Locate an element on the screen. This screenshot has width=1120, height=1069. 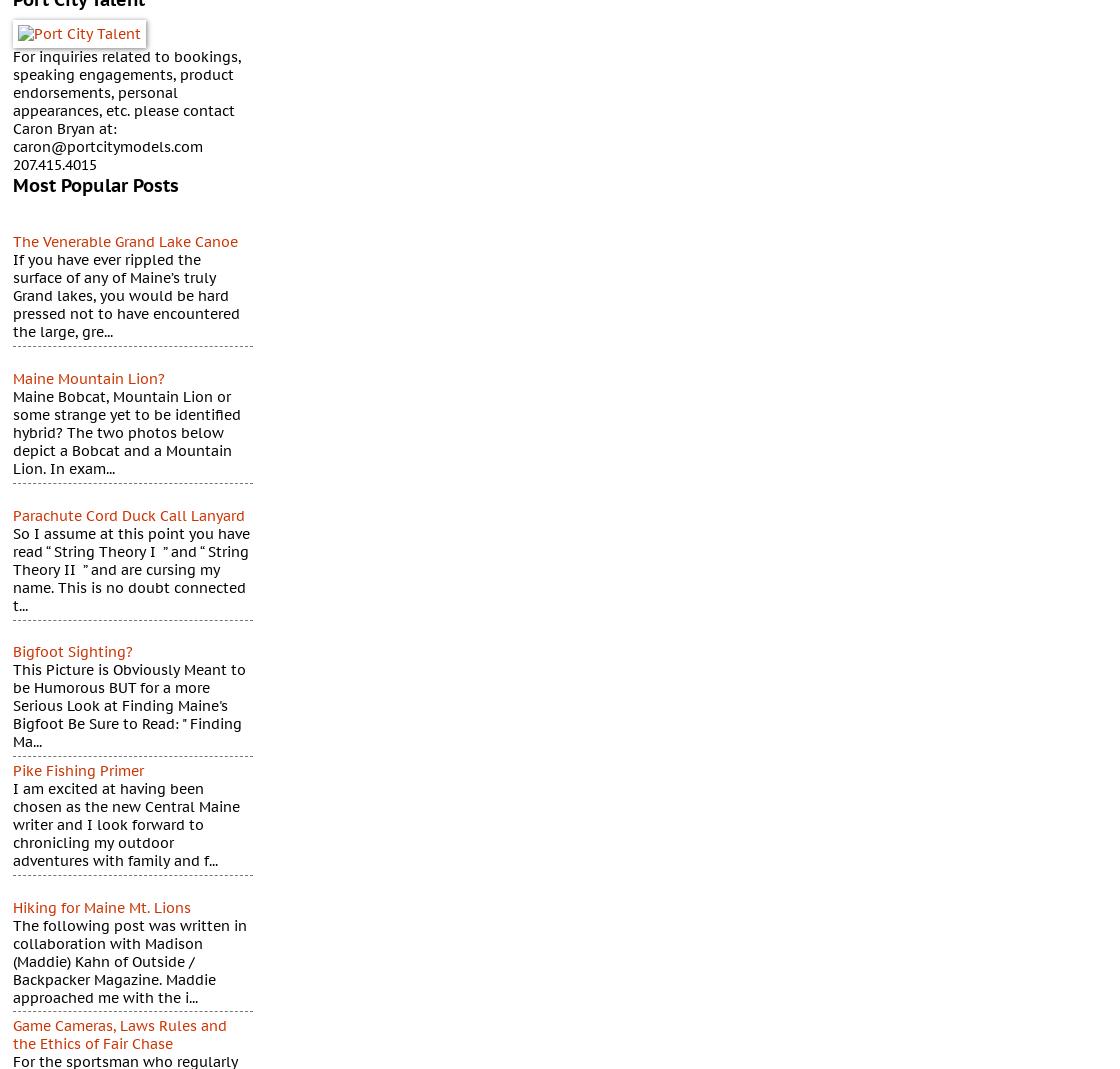
'The following post was written in collaboration with Madison (Maddie) Kahn of Outside / Backpacker Magazine. Maddie approached me with the i...' is located at coordinates (130, 960).